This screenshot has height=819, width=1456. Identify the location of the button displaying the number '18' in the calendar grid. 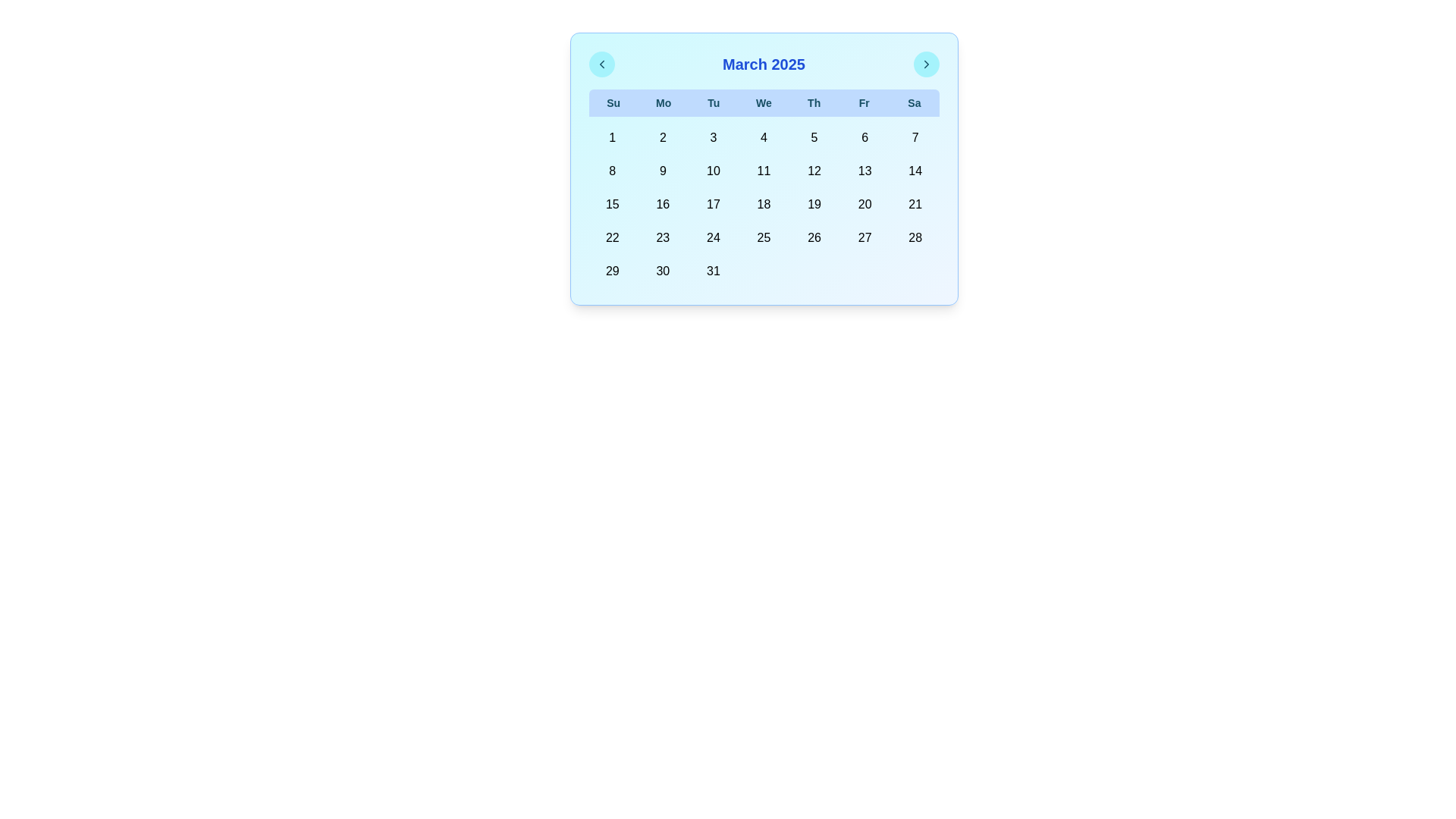
(764, 205).